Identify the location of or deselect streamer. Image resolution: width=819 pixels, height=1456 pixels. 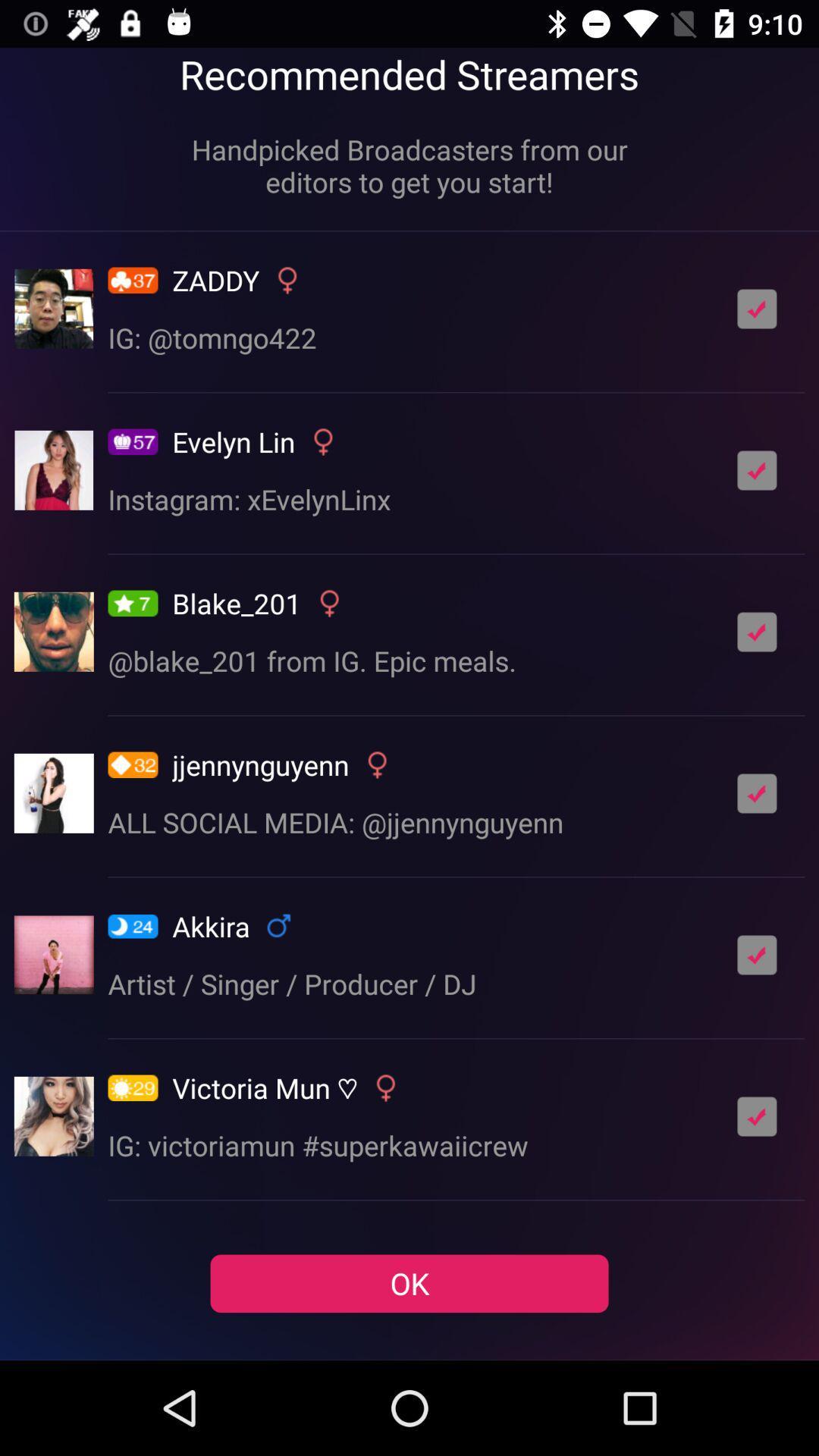
(757, 469).